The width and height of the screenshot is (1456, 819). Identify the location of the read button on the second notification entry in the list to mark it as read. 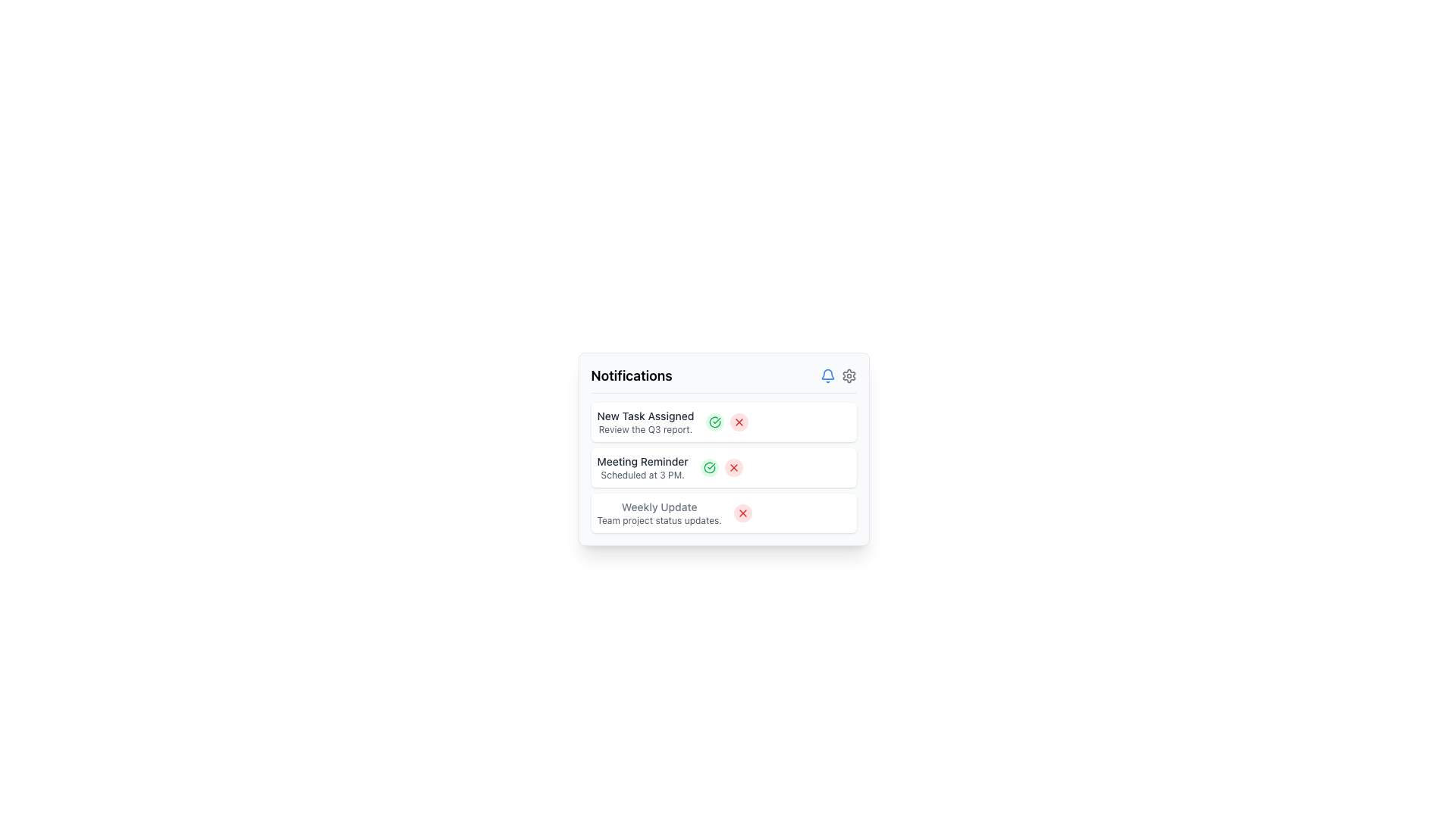
(723, 467).